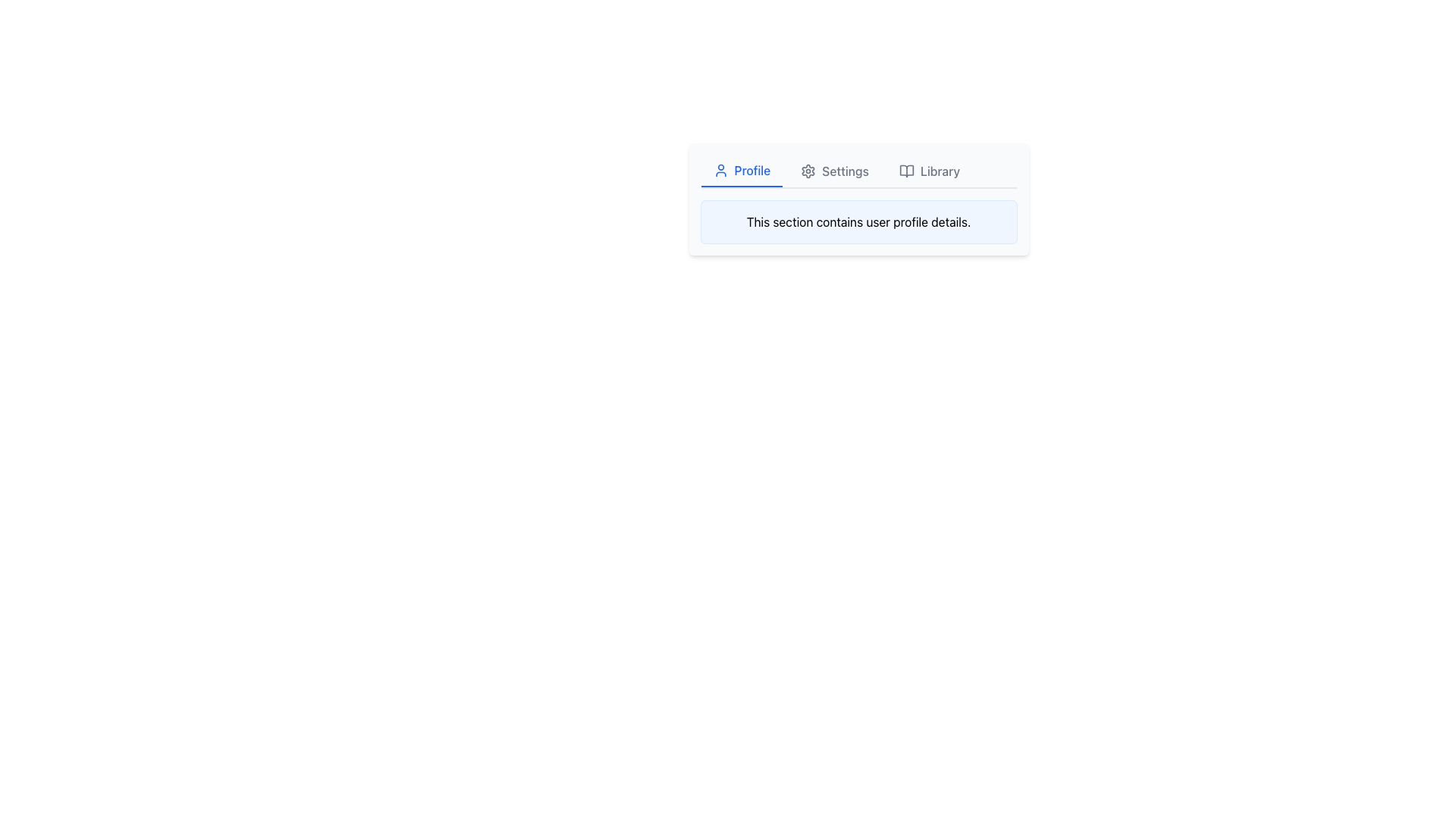 This screenshot has width=1456, height=819. I want to click on the settings icon located in the menu bar adjacent to the 'Profile' tab and 'Library' tab, so click(808, 171).